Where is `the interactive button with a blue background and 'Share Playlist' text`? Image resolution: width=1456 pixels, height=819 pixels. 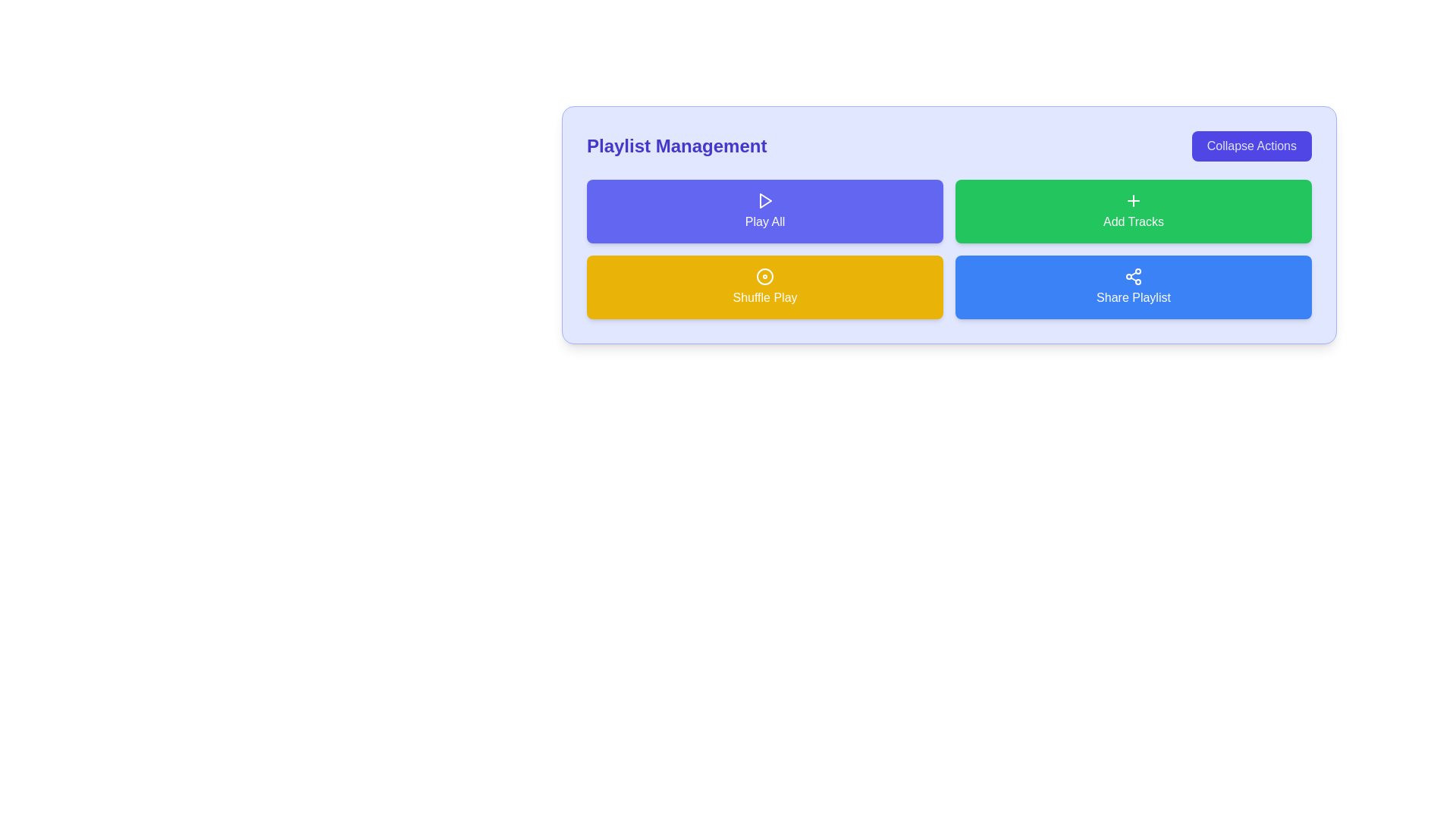
the interactive button with a blue background and 'Share Playlist' text is located at coordinates (1133, 287).